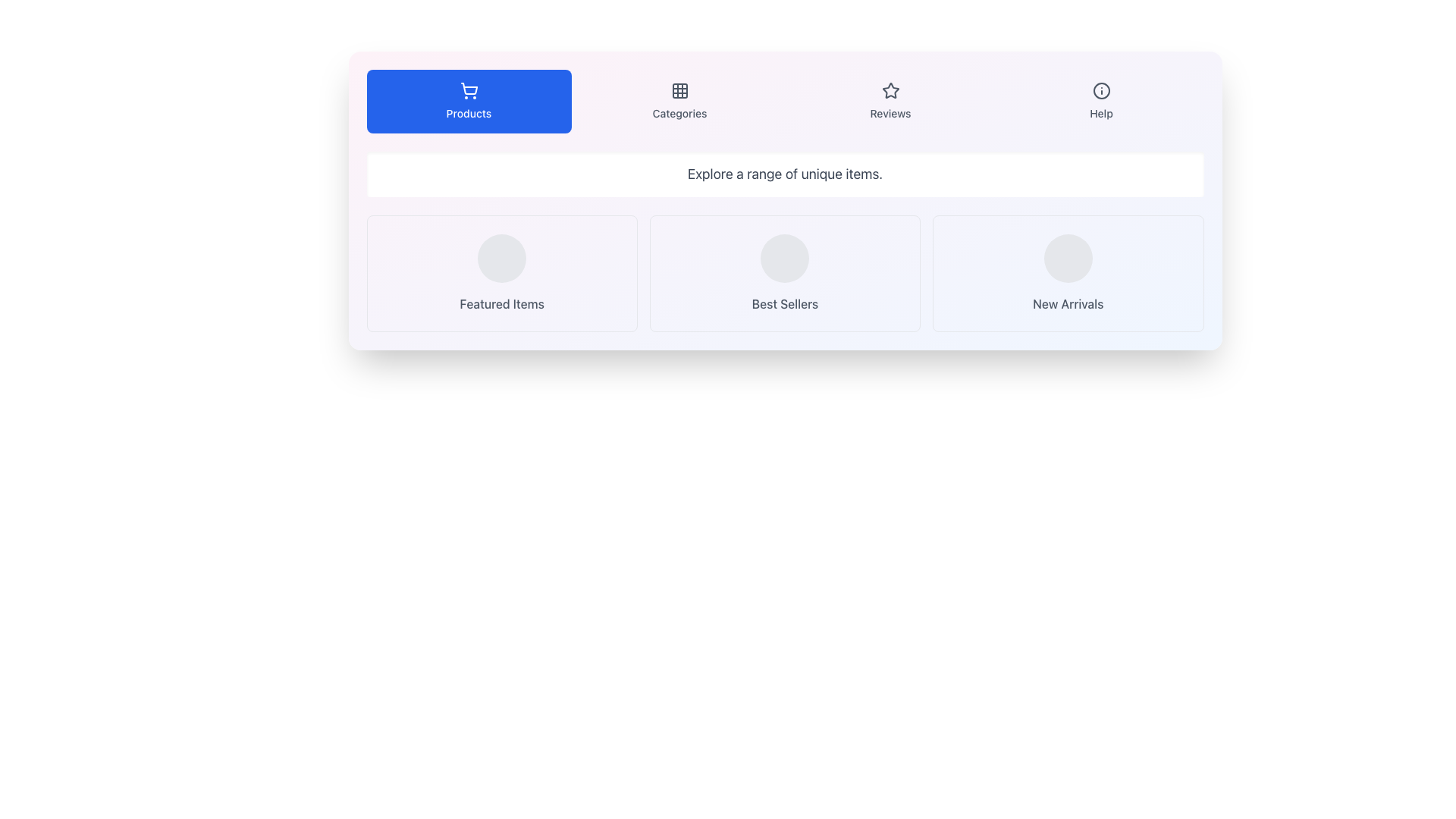 This screenshot has height=819, width=1456. Describe the element at coordinates (502, 274) in the screenshot. I see `the 'Featured Items' static category card, which is positioned first in a row of three cards in a grid layout` at that location.